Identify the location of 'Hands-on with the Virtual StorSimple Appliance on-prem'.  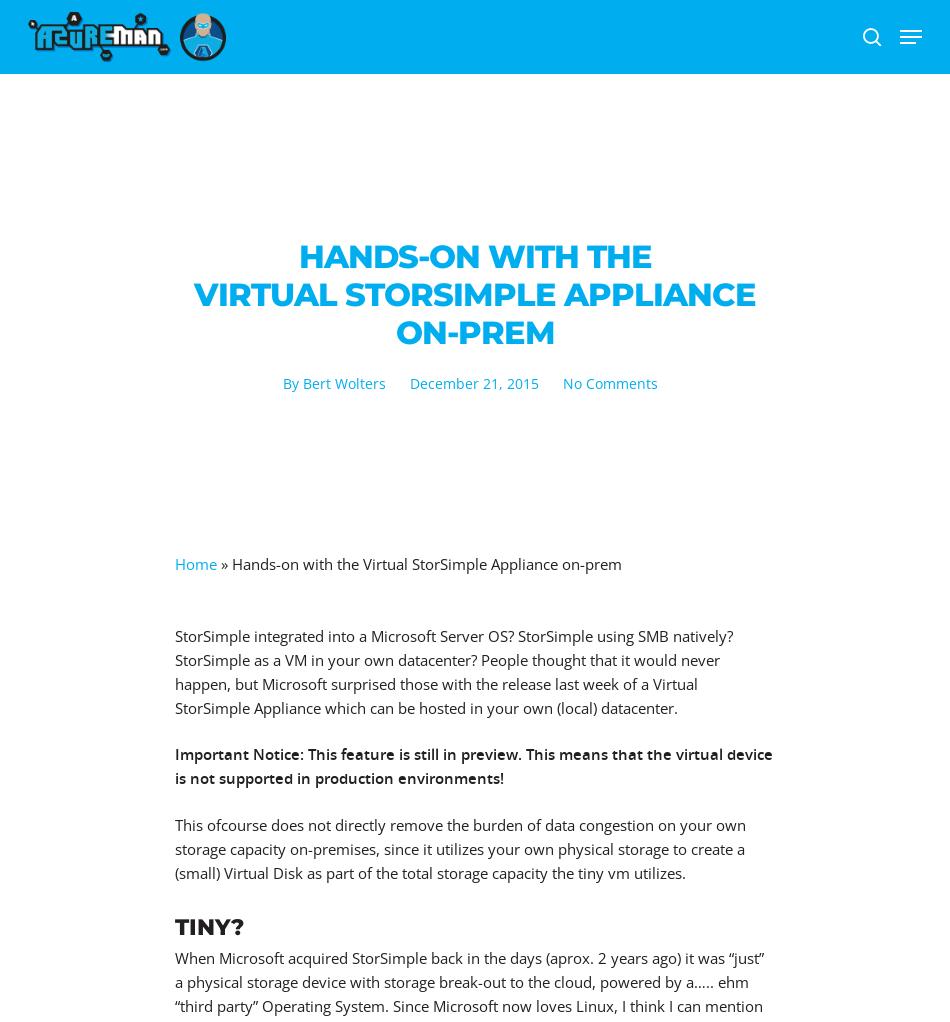
(426, 564).